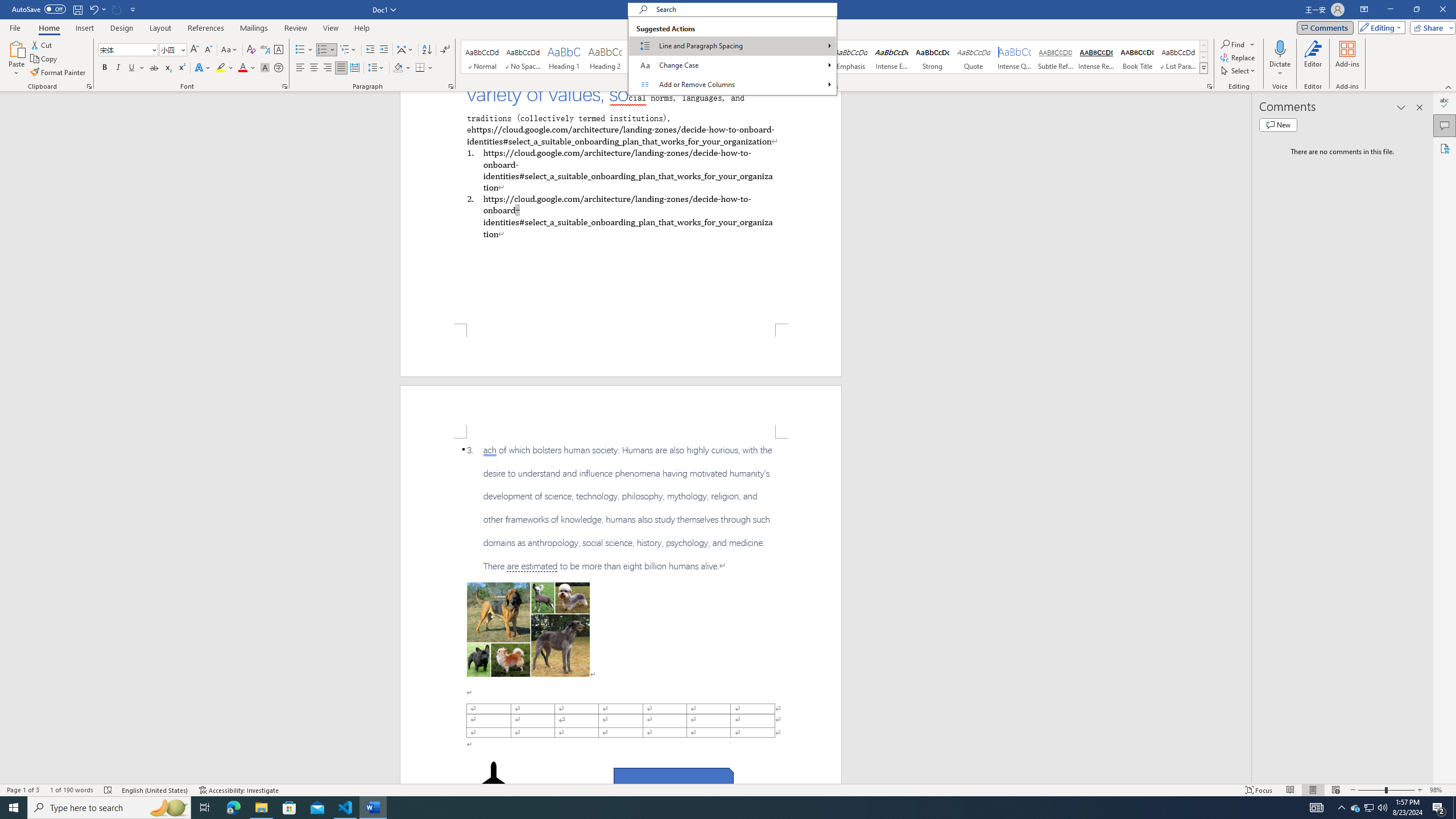 The image size is (1456, 819). What do you see at coordinates (621, 207) in the screenshot?
I see `'Page 1 content'` at bounding box center [621, 207].